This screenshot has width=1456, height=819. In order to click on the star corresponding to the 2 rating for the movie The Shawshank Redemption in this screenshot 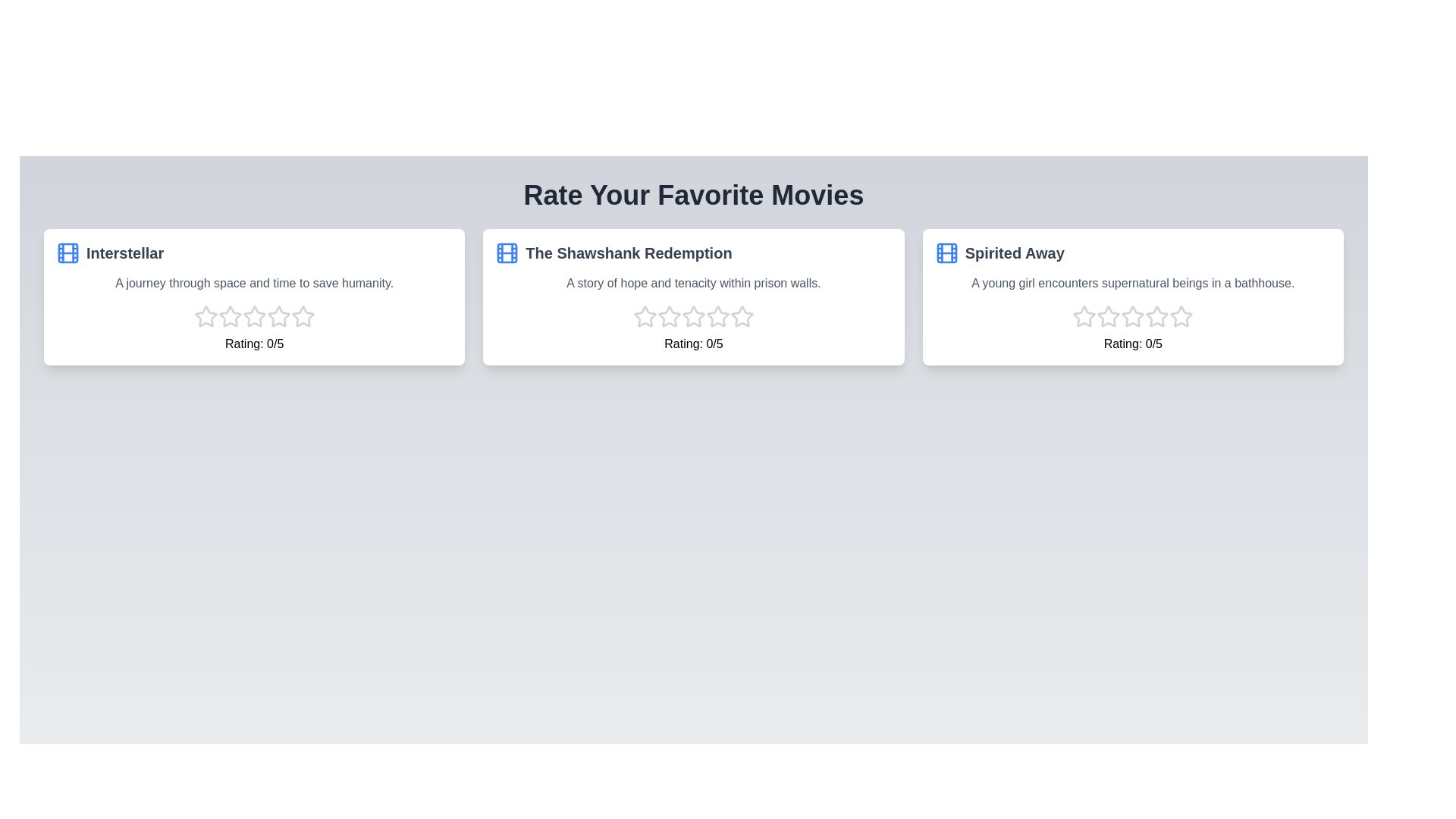, I will do `click(669, 315)`.